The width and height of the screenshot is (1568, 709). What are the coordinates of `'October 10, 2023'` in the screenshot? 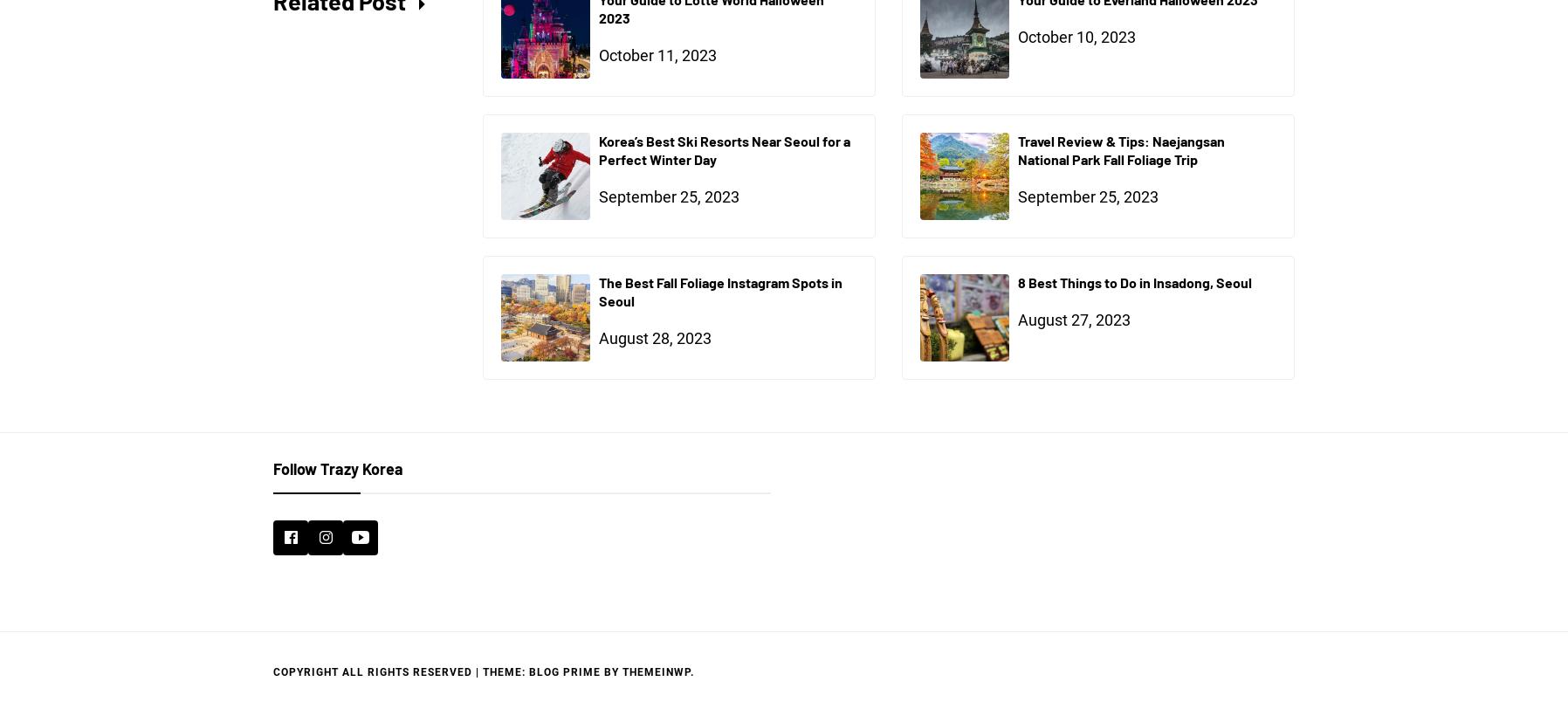 It's located at (1017, 37).